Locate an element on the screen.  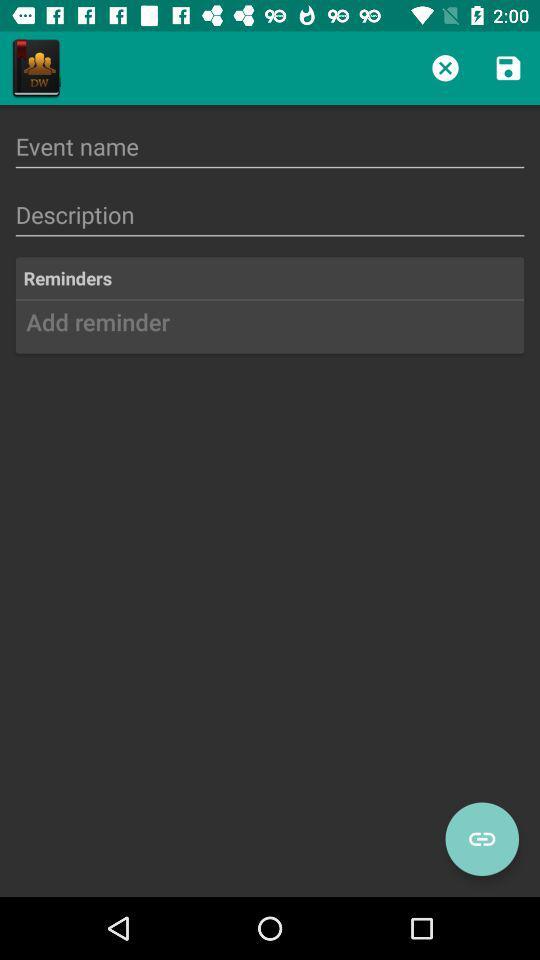
description is located at coordinates (270, 215).